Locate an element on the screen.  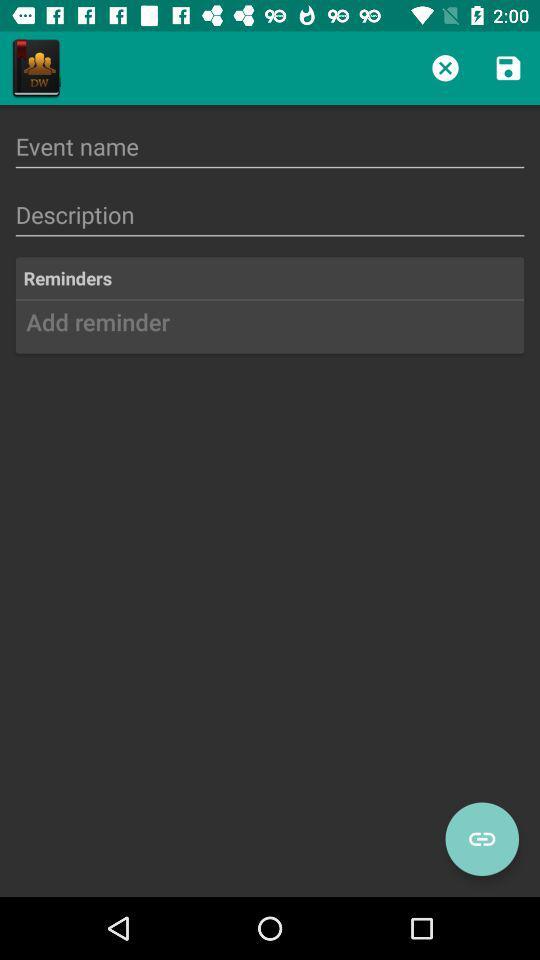
description is located at coordinates (270, 215).